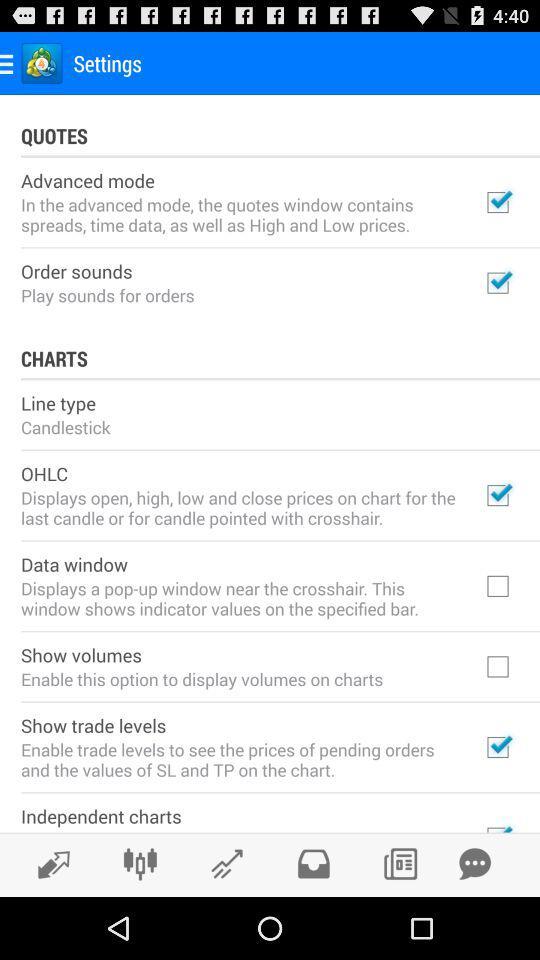  I want to click on connect with others, so click(139, 863).